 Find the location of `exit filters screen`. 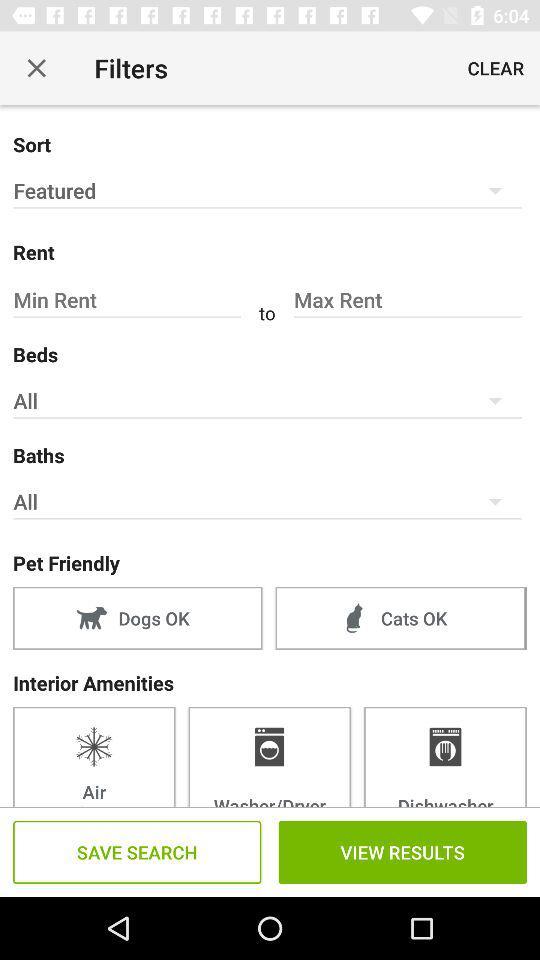

exit filters screen is located at coordinates (36, 68).